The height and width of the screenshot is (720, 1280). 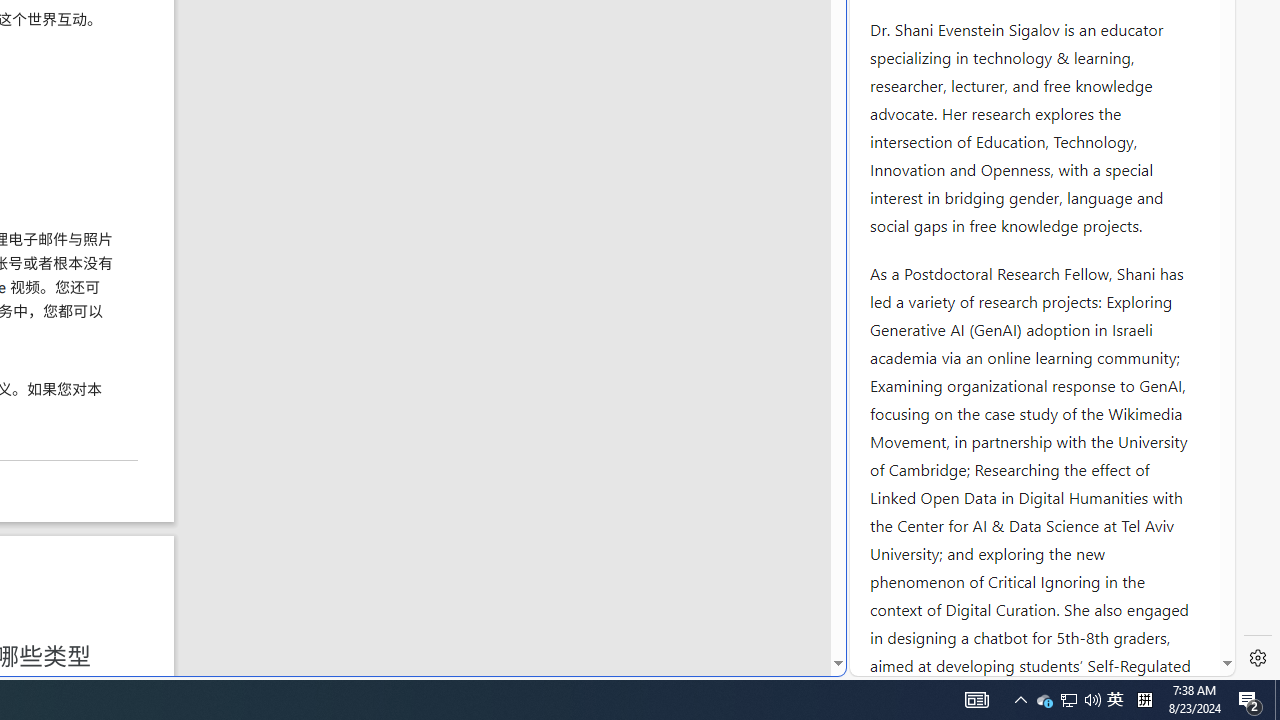 What do you see at coordinates (1257, 658) in the screenshot?
I see `'Settings'` at bounding box center [1257, 658].